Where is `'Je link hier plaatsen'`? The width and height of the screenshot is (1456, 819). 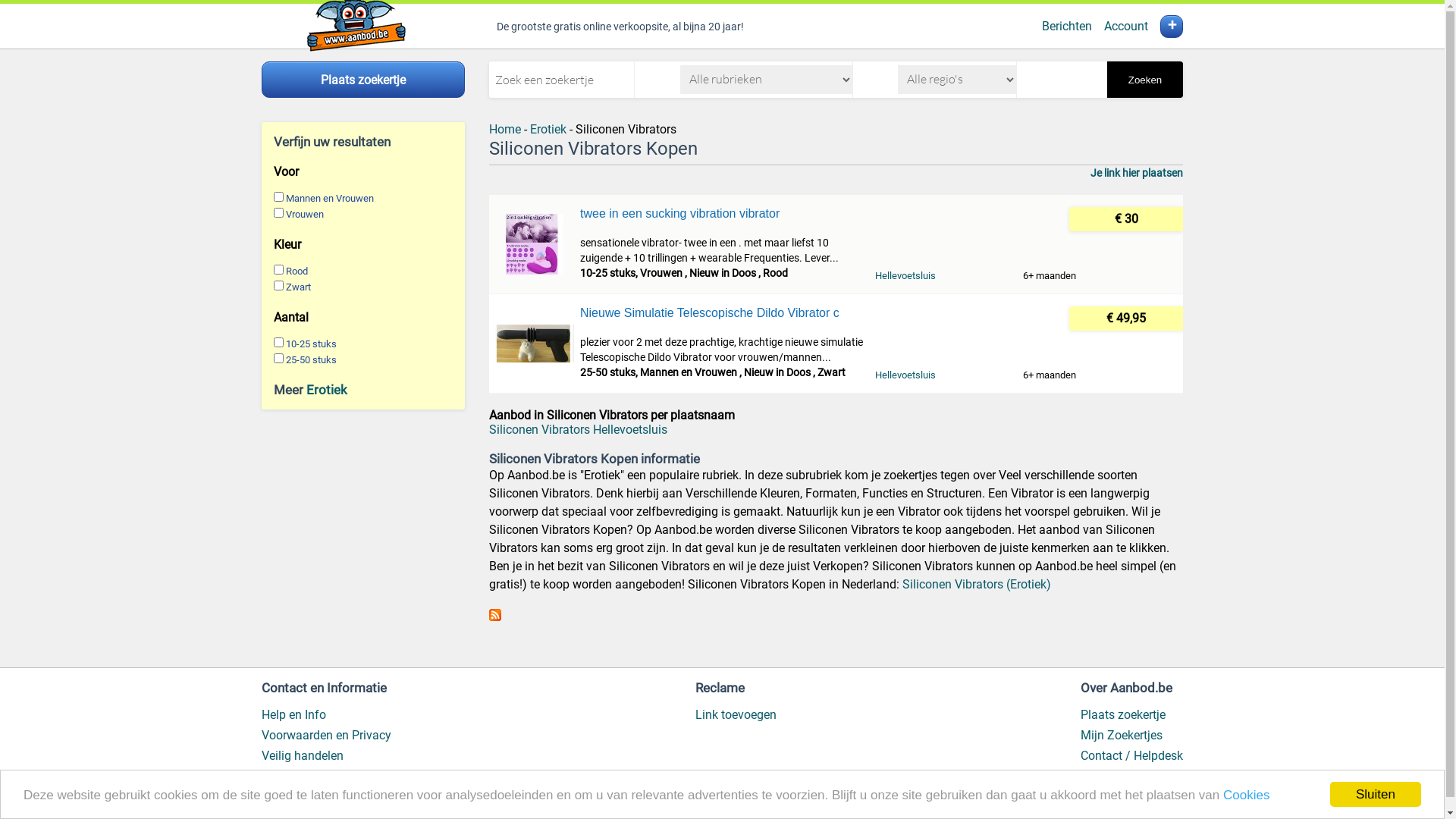 'Je link hier plaatsen' is located at coordinates (1090, 171).